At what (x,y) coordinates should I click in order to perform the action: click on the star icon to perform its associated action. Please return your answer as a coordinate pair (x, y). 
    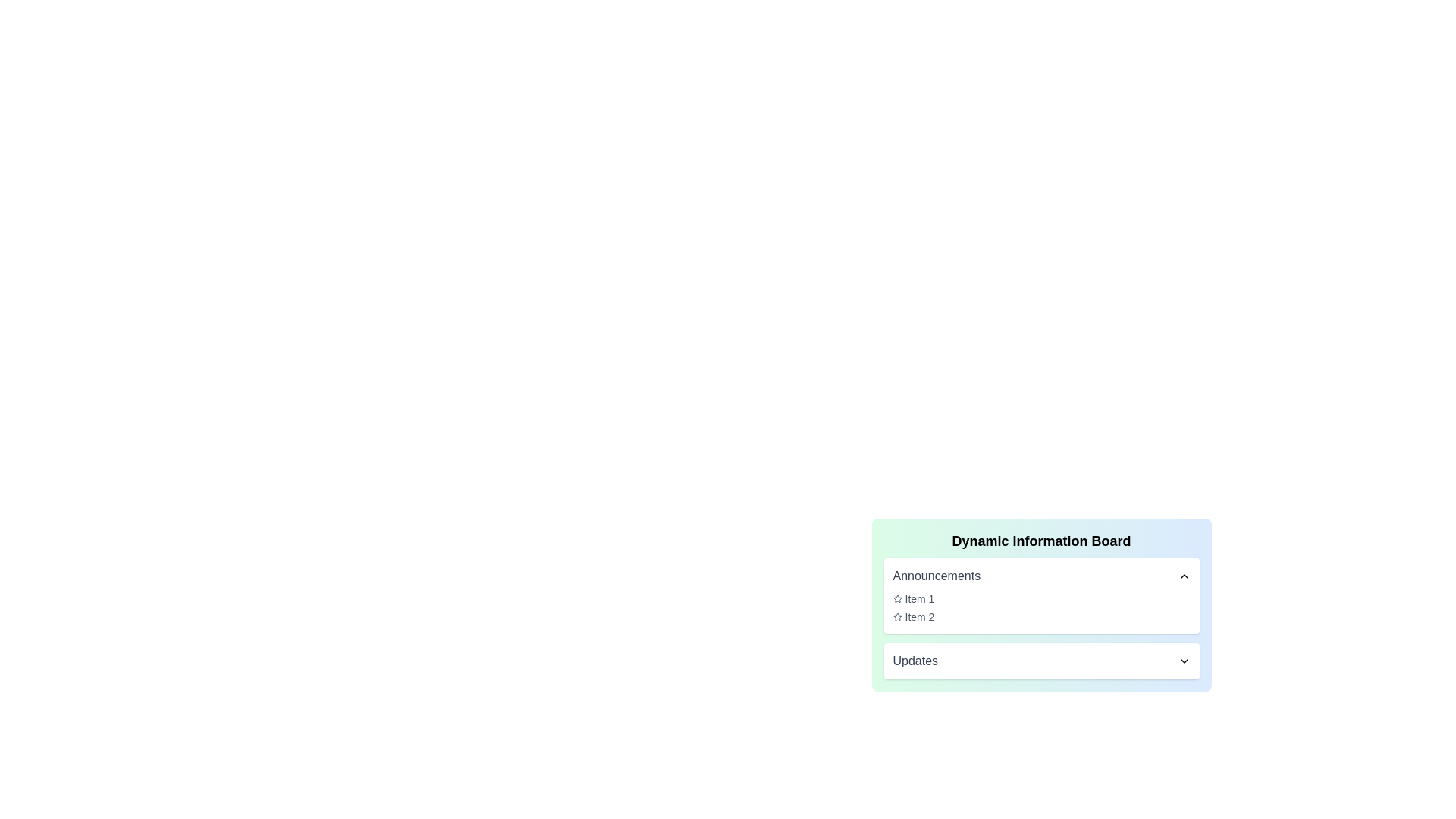
    Looking at the image, I should click on (897, 598).